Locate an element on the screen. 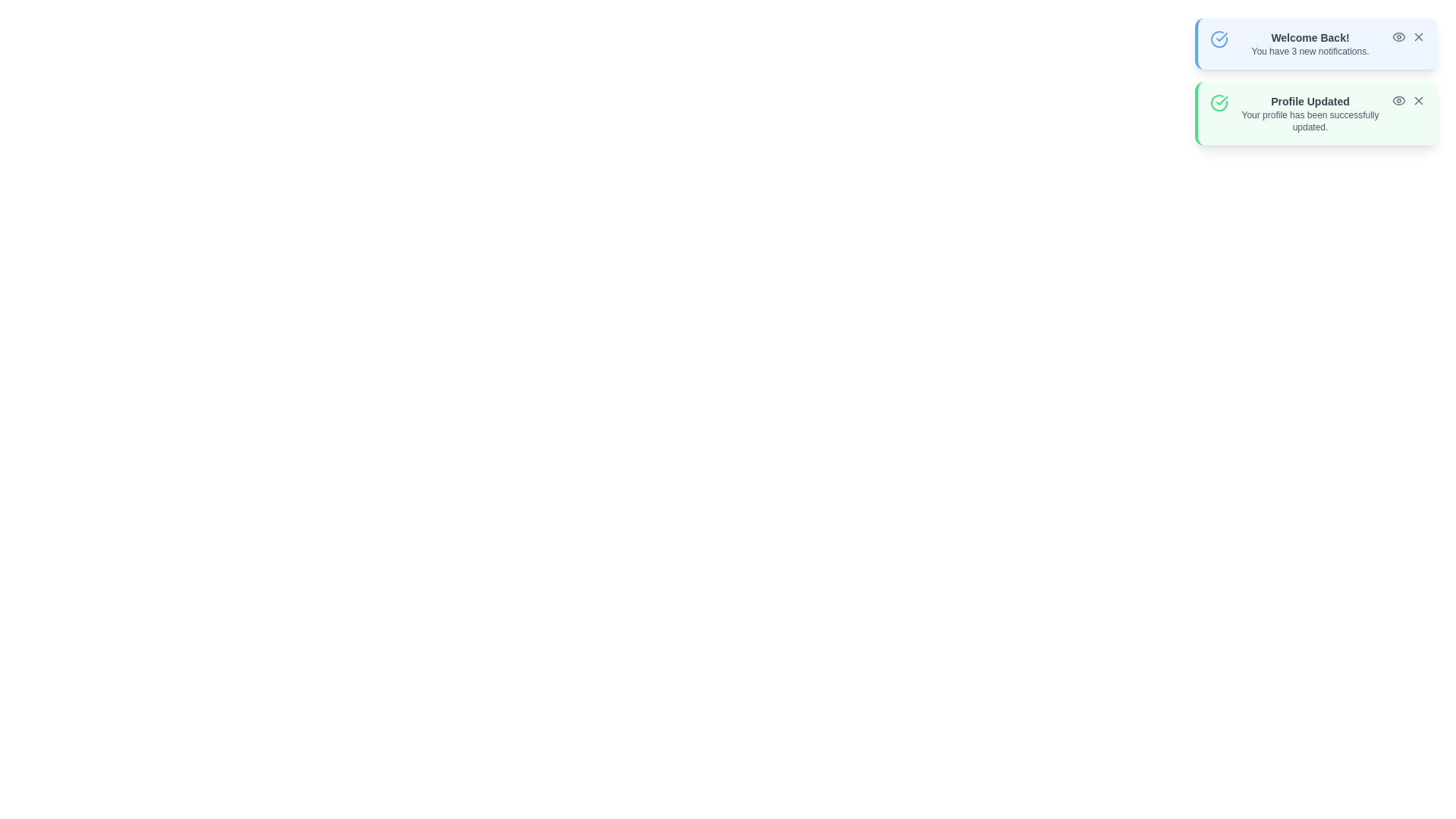 Image resolution: width=1456 pixels, height=819 pixels. the close button of the notification to dismiss it is located at coordinates (1418, 36).